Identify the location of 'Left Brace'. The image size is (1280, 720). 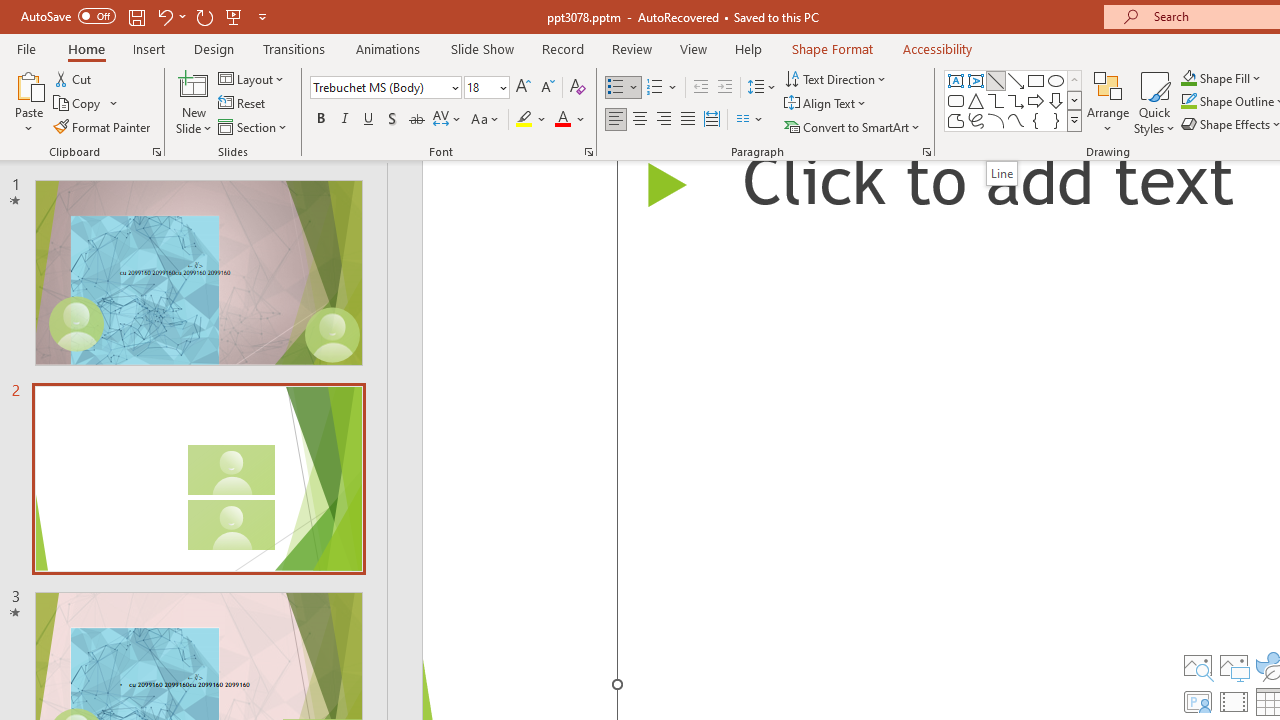
(1036, 120).